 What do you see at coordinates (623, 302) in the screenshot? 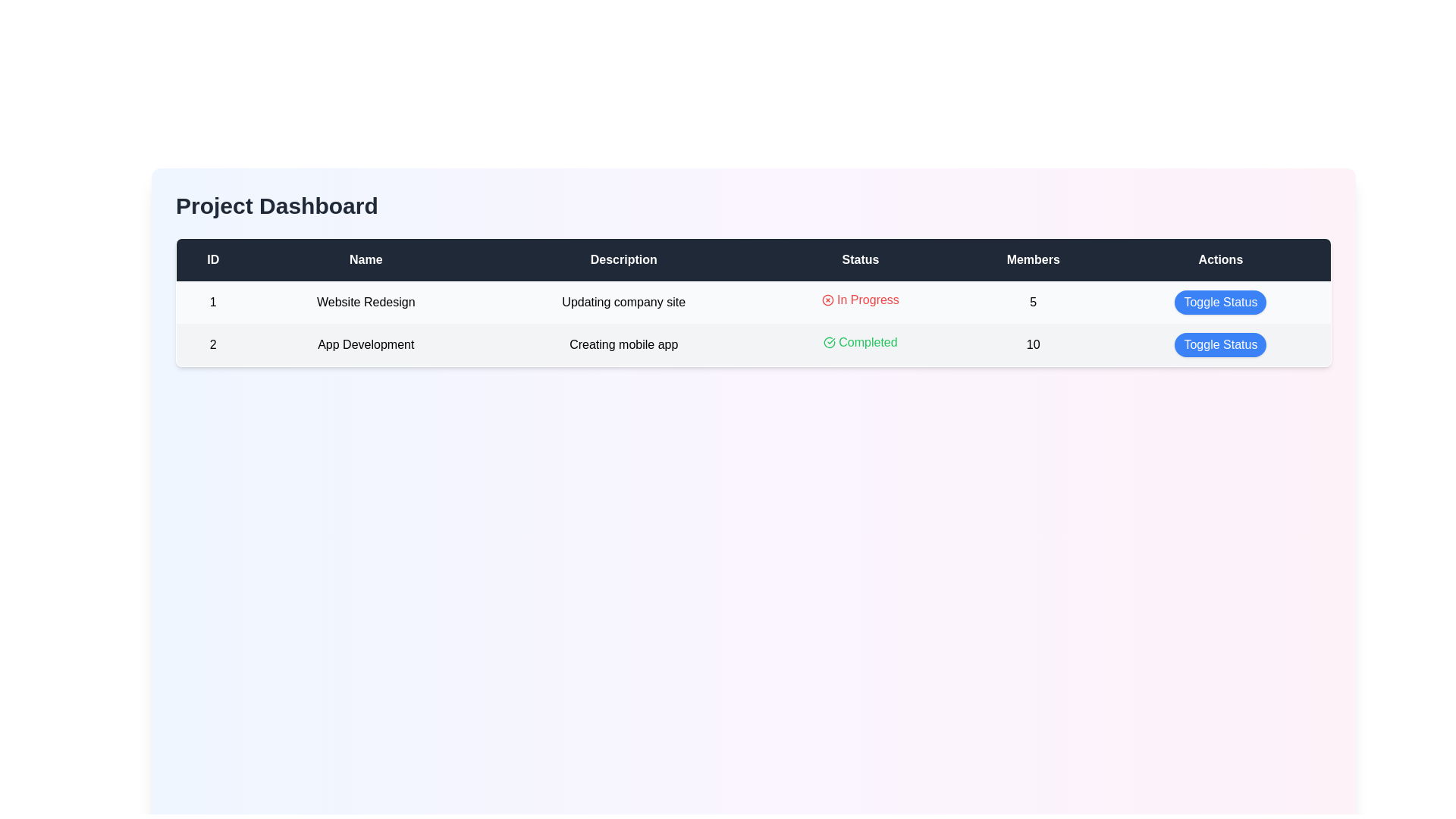
I see `text content of the Text Label located in the third column of the first row under the 'Description' column in the dashboard` at bounding box center [623, 302].